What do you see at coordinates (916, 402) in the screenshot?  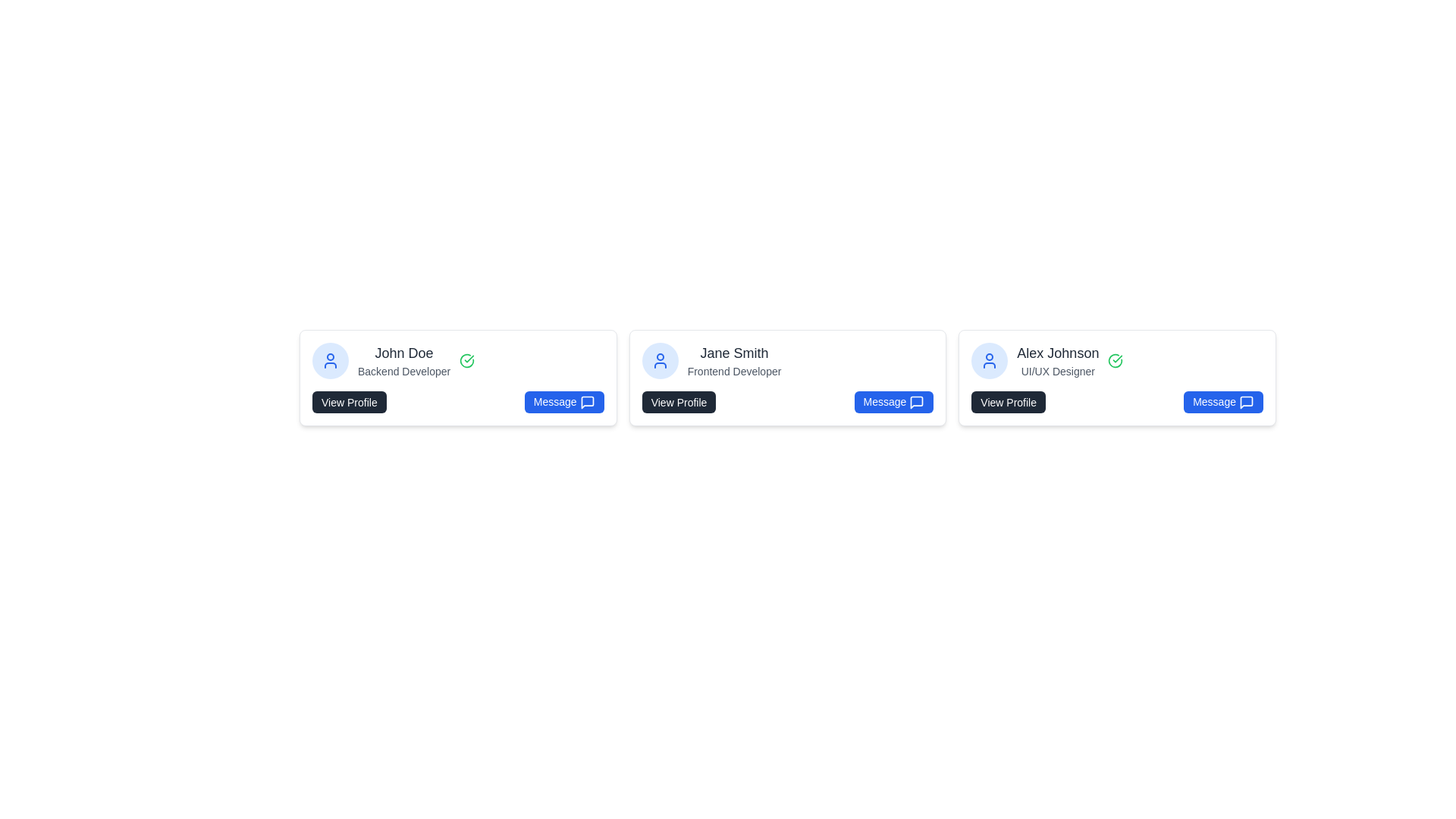 I see `the messaging icon located on the 'Message' button associated with 'Jane Smith, Frontend Developer'` at bounding box center [916, 402].